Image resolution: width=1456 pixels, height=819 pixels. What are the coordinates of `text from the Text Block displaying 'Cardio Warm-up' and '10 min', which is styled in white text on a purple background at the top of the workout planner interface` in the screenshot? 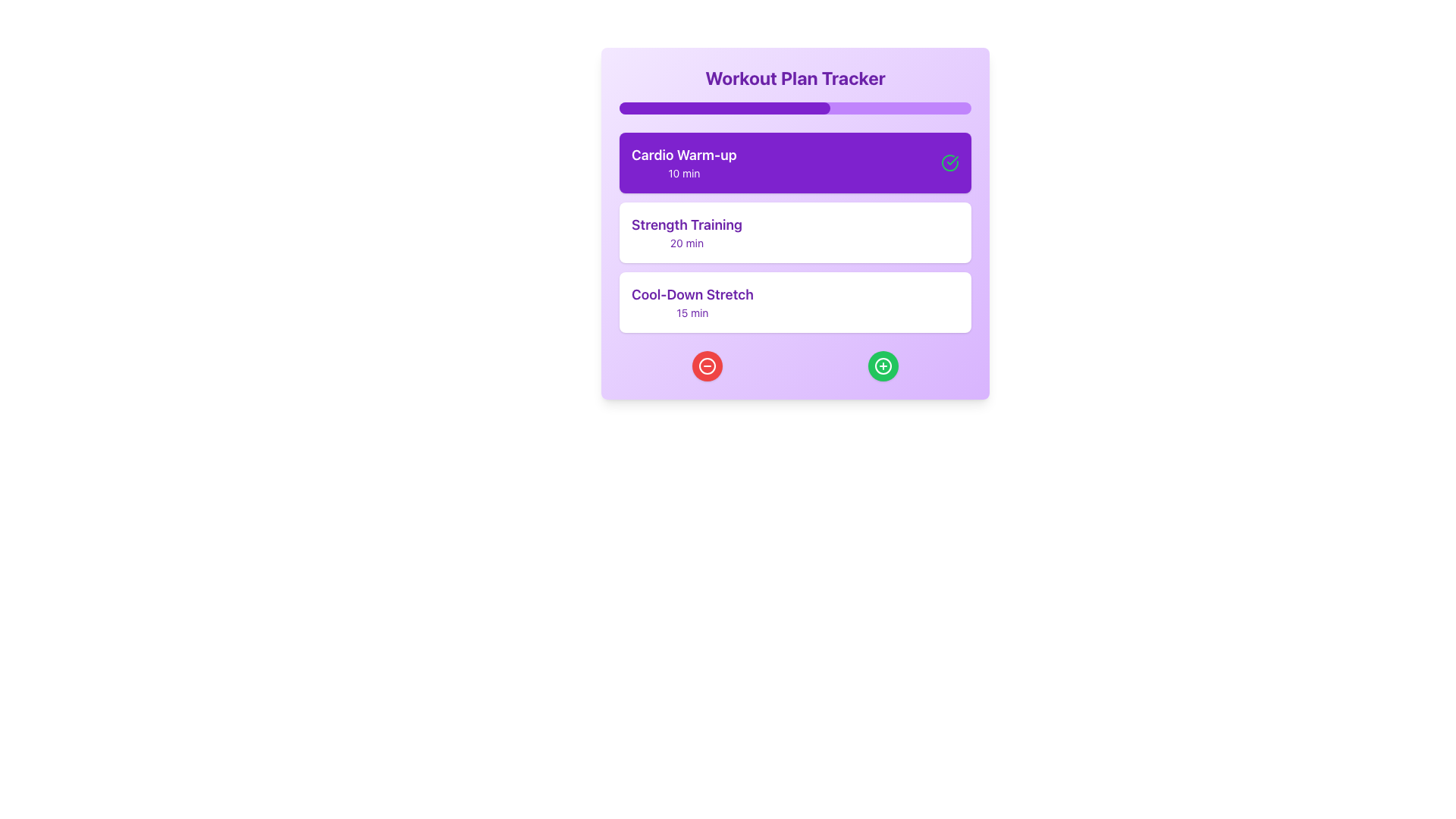 It's located at (683, 163).